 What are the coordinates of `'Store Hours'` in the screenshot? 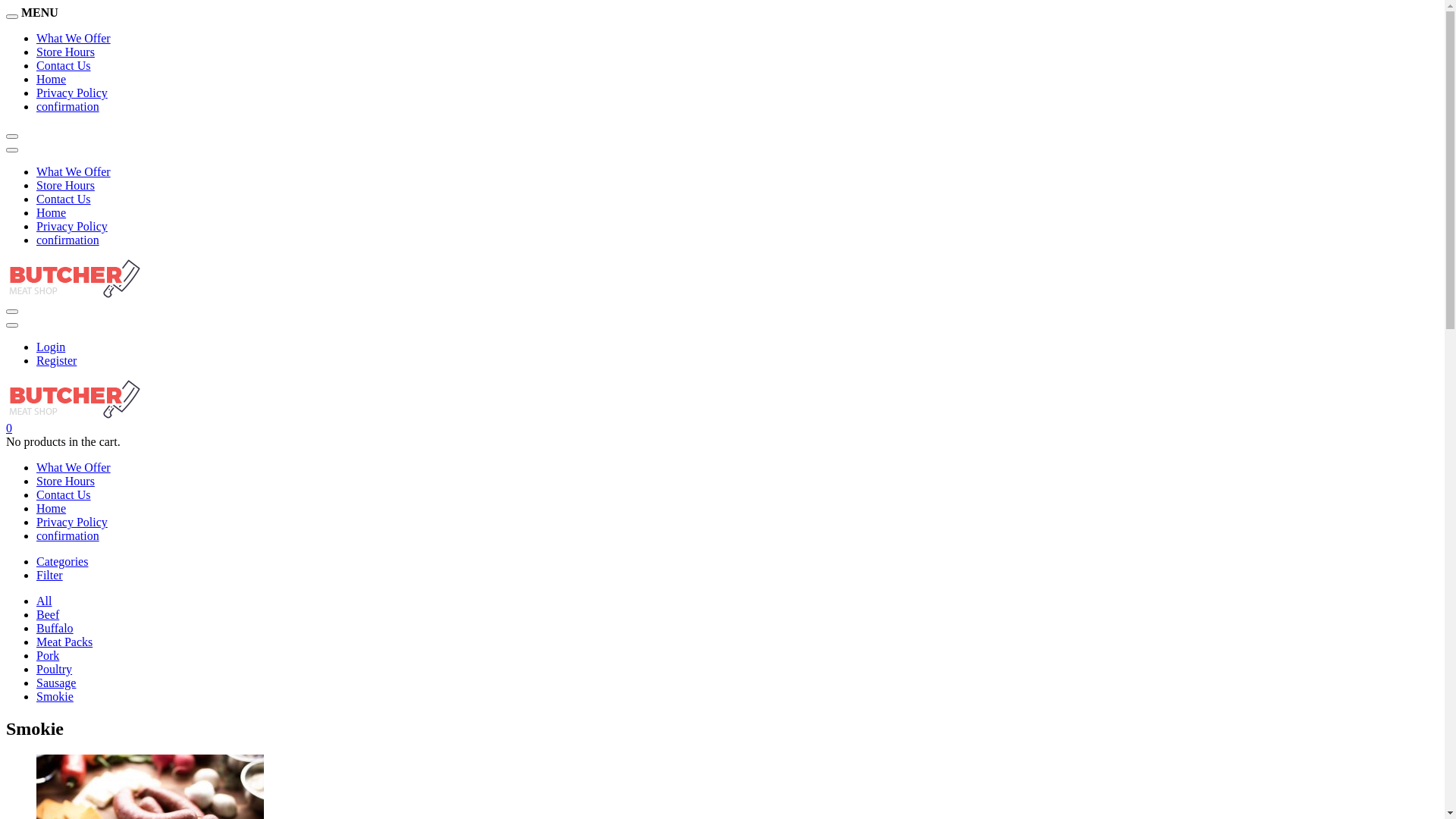 It's located at (64, 481).